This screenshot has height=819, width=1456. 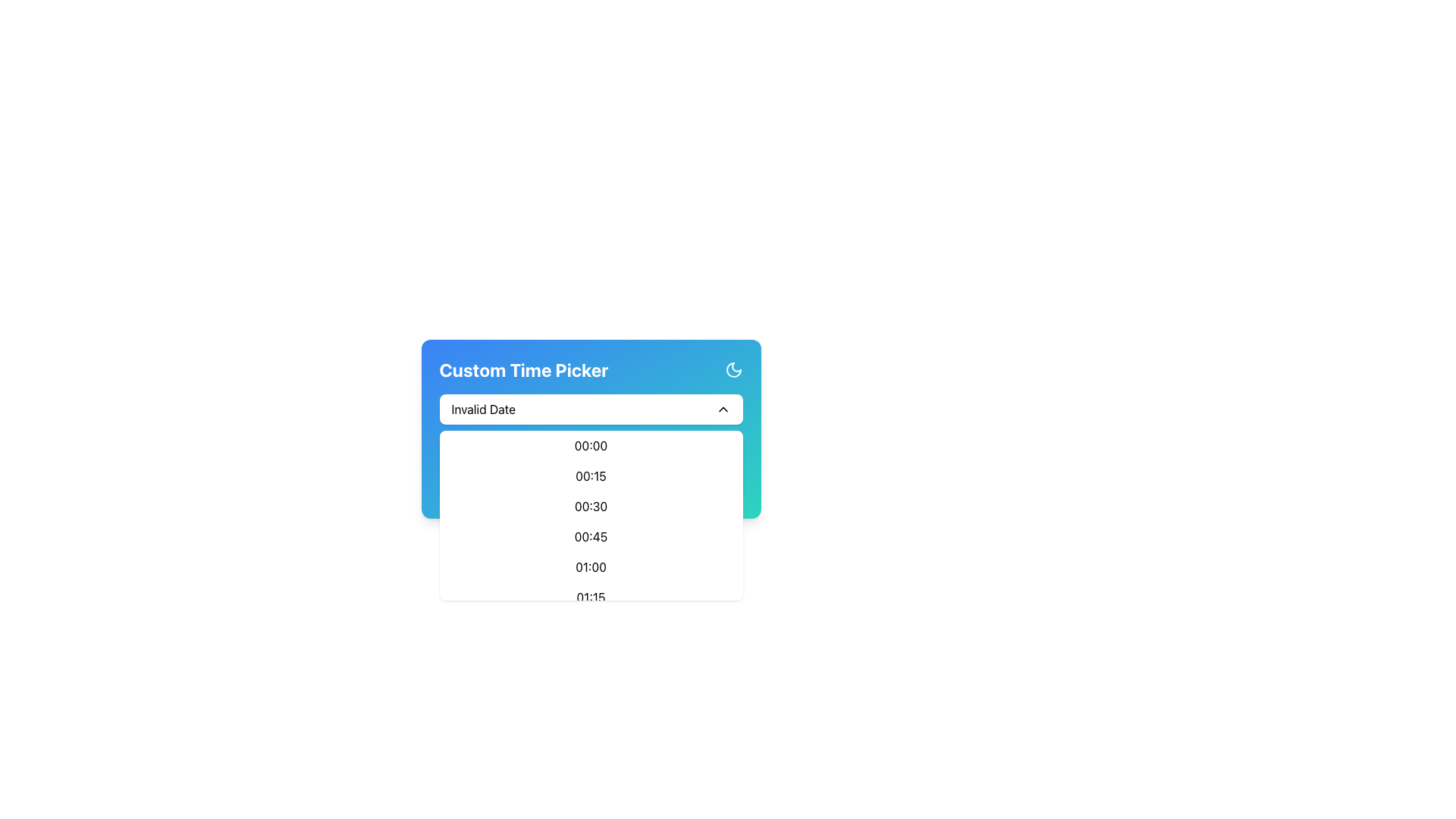 What do you see at coordinates (590, 567) in the screenshot?
I see `to select the dropdown list item displaying '01:00', which is the fifth item in the list, located between '00:45' and '01:15'` at bounding box center [590, 567].